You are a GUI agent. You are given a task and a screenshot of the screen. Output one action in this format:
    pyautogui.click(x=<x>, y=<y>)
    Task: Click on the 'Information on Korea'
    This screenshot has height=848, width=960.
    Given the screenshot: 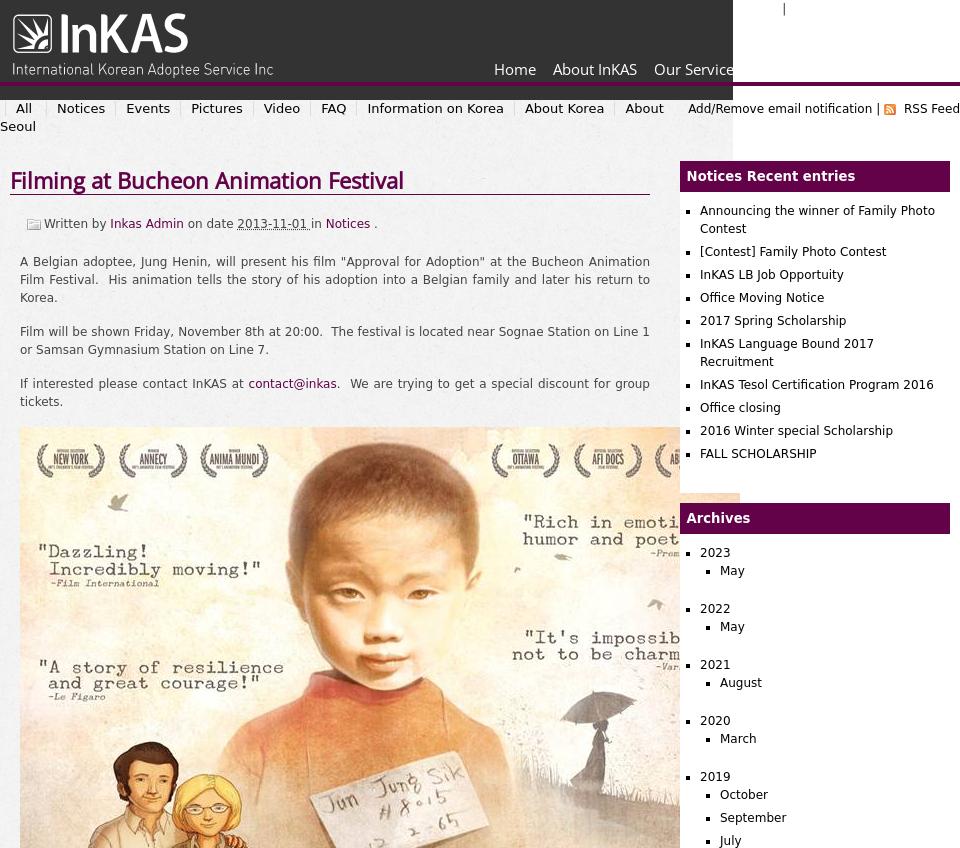 What is the action you would take?
    pyautogui.click(x=434, y=107)
    